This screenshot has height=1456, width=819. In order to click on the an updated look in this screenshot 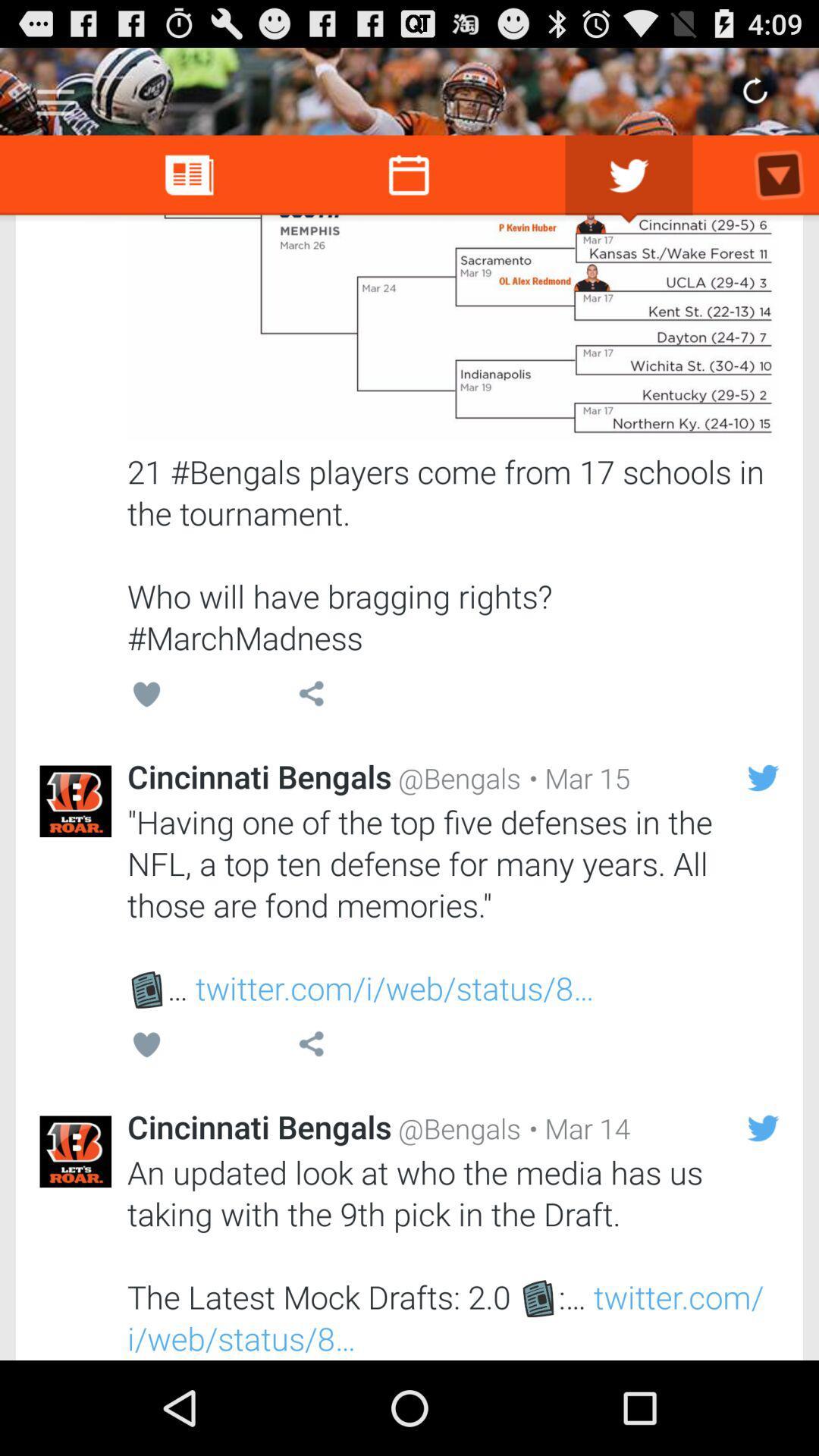, I will do `click(452, 1255)`.